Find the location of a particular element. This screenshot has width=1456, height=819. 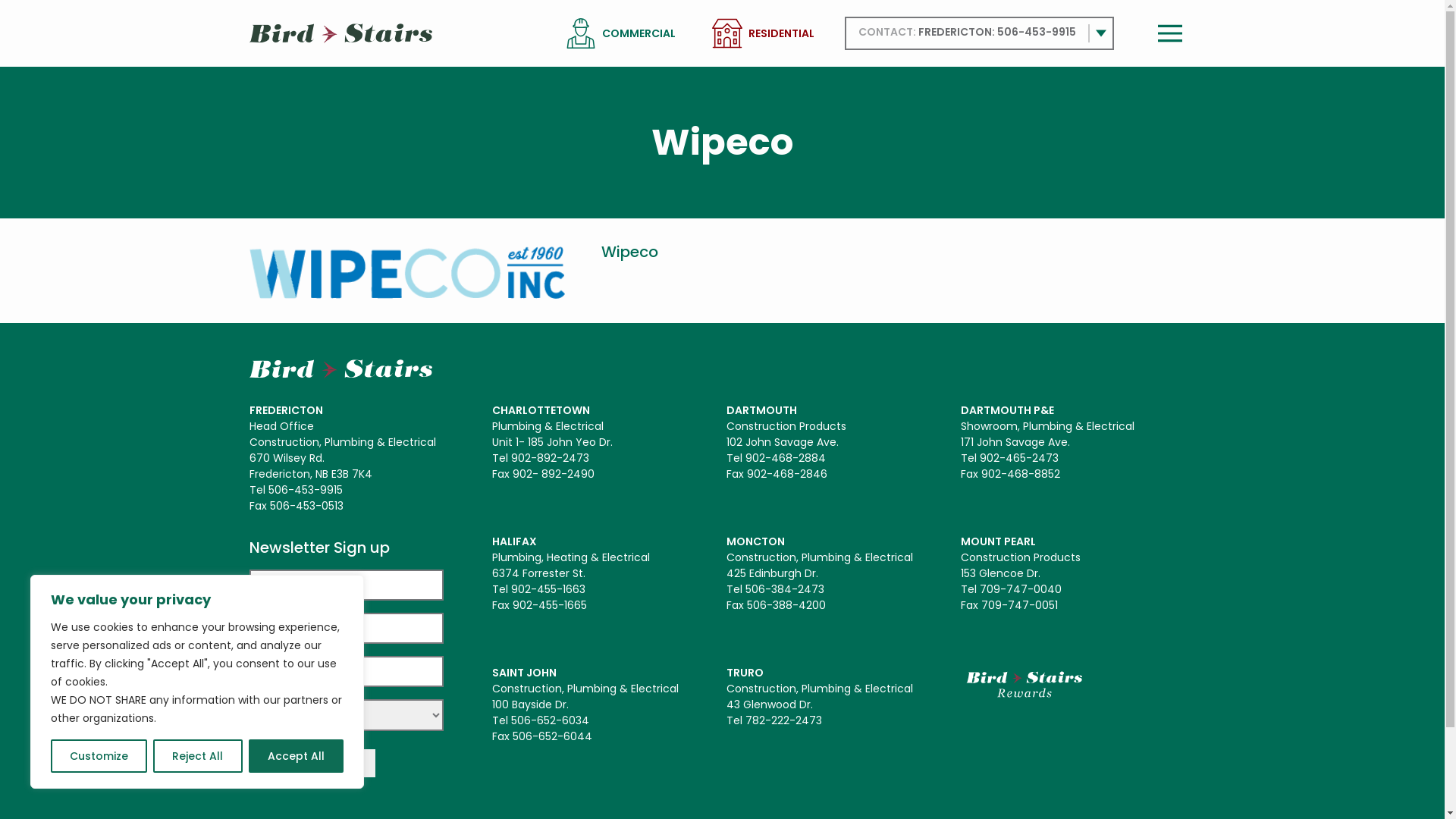

'RESIDENTIAL' is located at coordinates (780, 33).